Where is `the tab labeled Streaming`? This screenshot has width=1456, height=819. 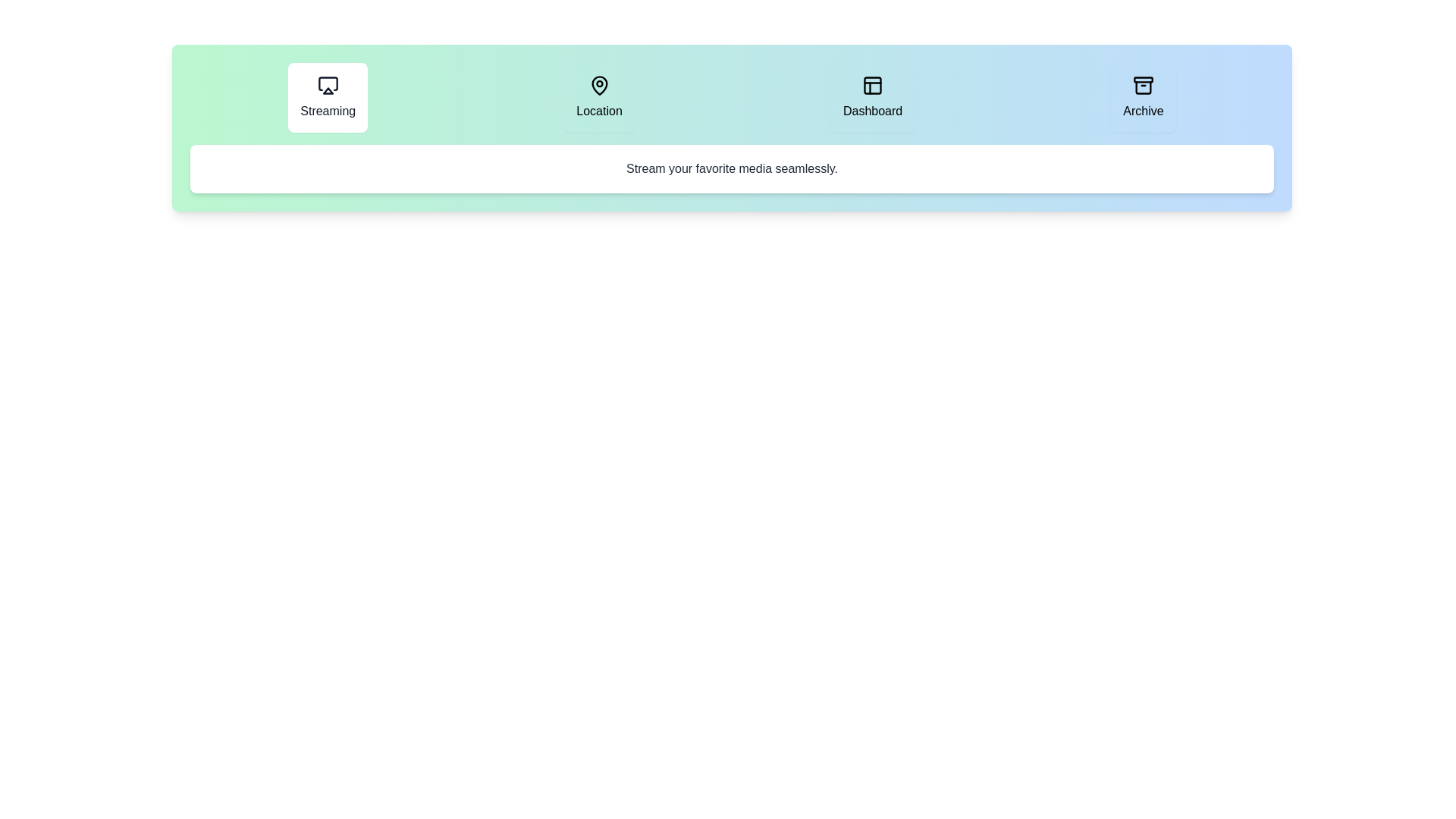
the tab labeled Streaming is located at coordinates (327, 97).